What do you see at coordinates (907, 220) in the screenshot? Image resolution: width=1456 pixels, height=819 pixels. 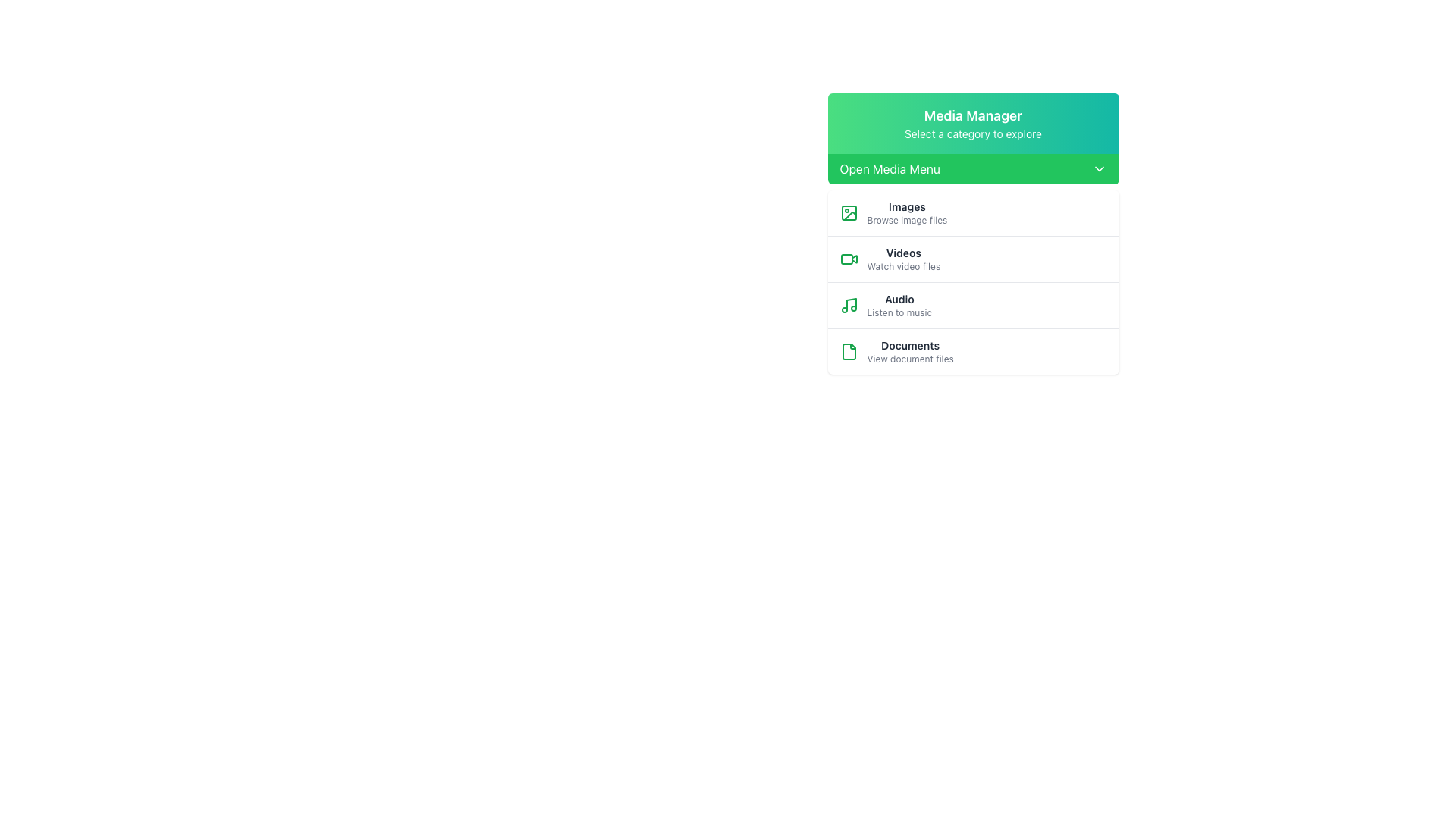 I see `the descriptive text labeled 'Browse image files' located below the 'Images' label in the Media Manager dropdown menu` at bounding box center [907, 220].